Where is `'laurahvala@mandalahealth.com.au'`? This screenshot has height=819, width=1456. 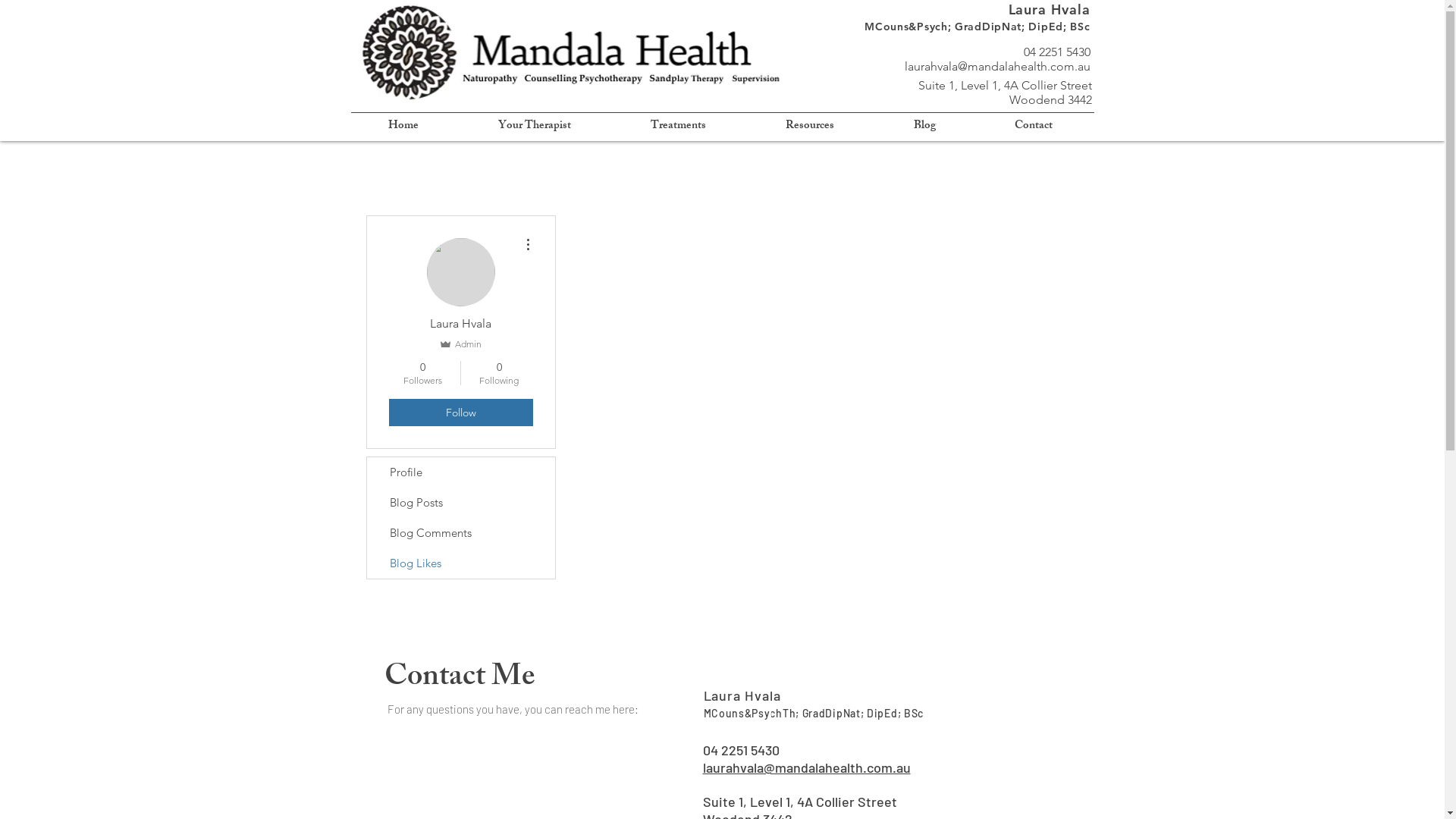 'laurahvala@mandalahealth.com.au' is located at coordinates (996, 65).